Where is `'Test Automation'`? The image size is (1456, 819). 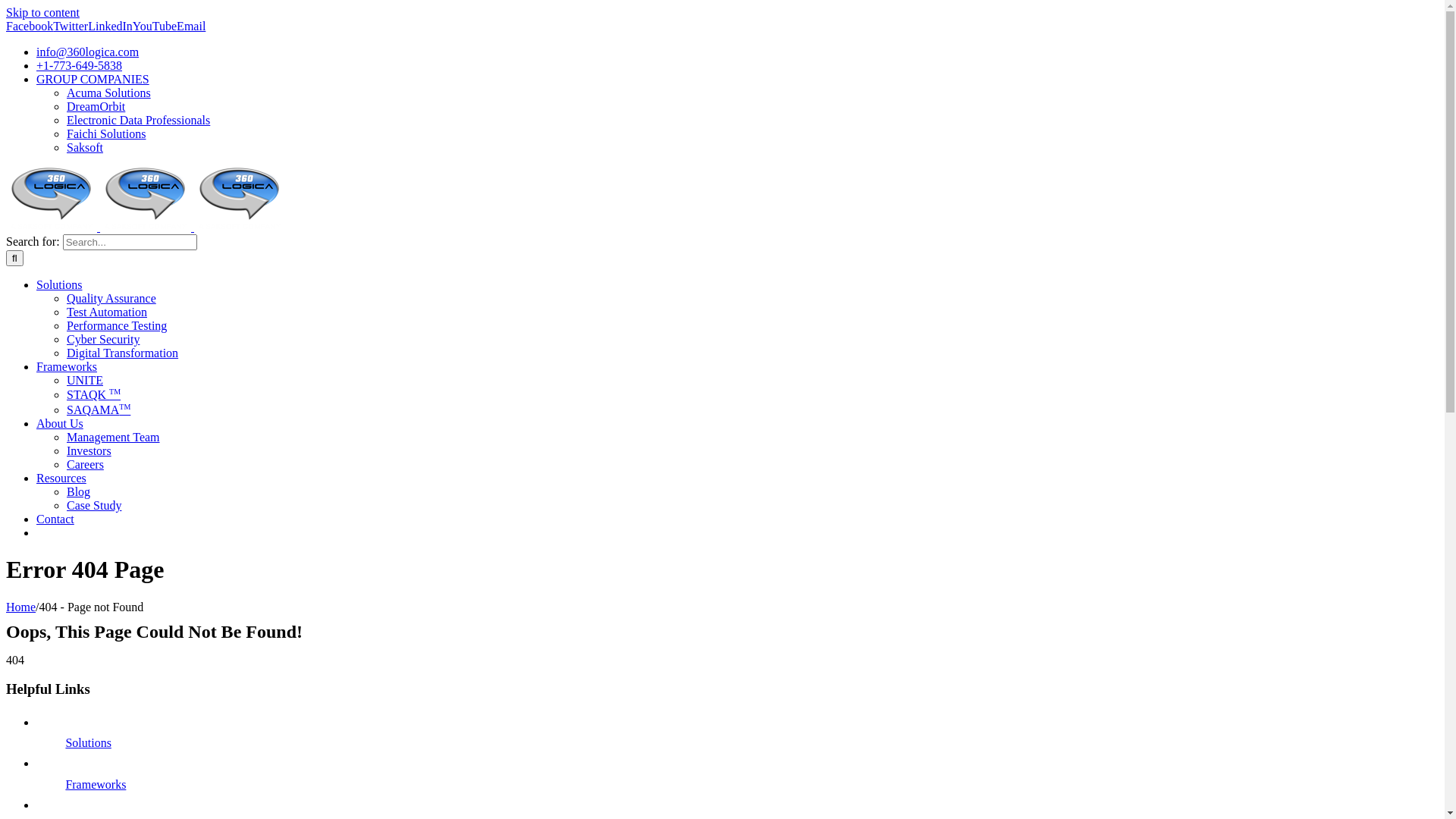 'Test Automation' is located at coordinates (105, 311).